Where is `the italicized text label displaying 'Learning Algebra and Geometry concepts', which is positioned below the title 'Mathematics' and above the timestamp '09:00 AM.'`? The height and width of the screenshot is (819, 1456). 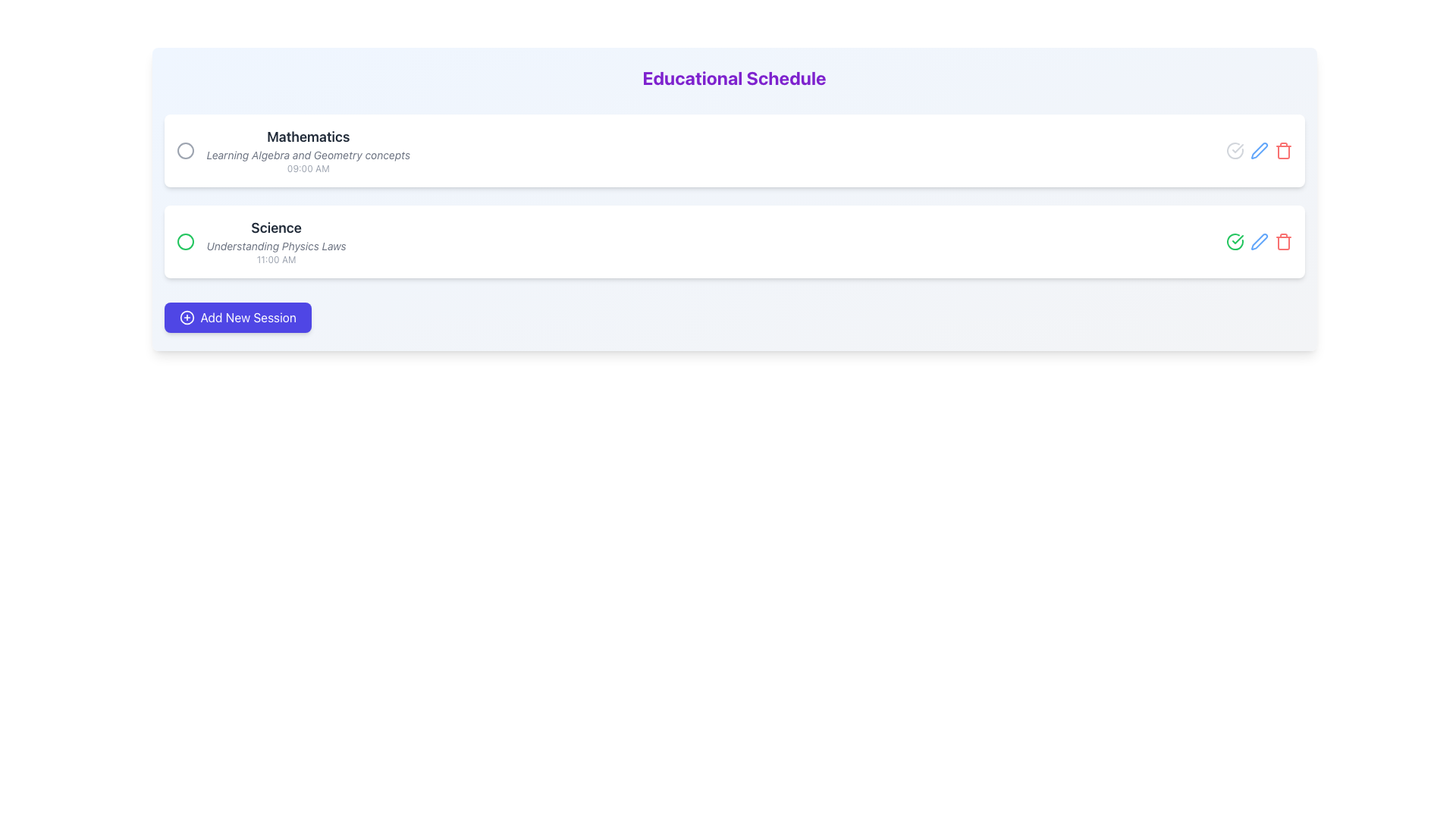 the italicized text label displaying 'Learning Algebra and Geometry concepts', which is positioned below the title 'Mathematics' and above the timestamp '09:00 AM.' is located at coordinates (307, 155).